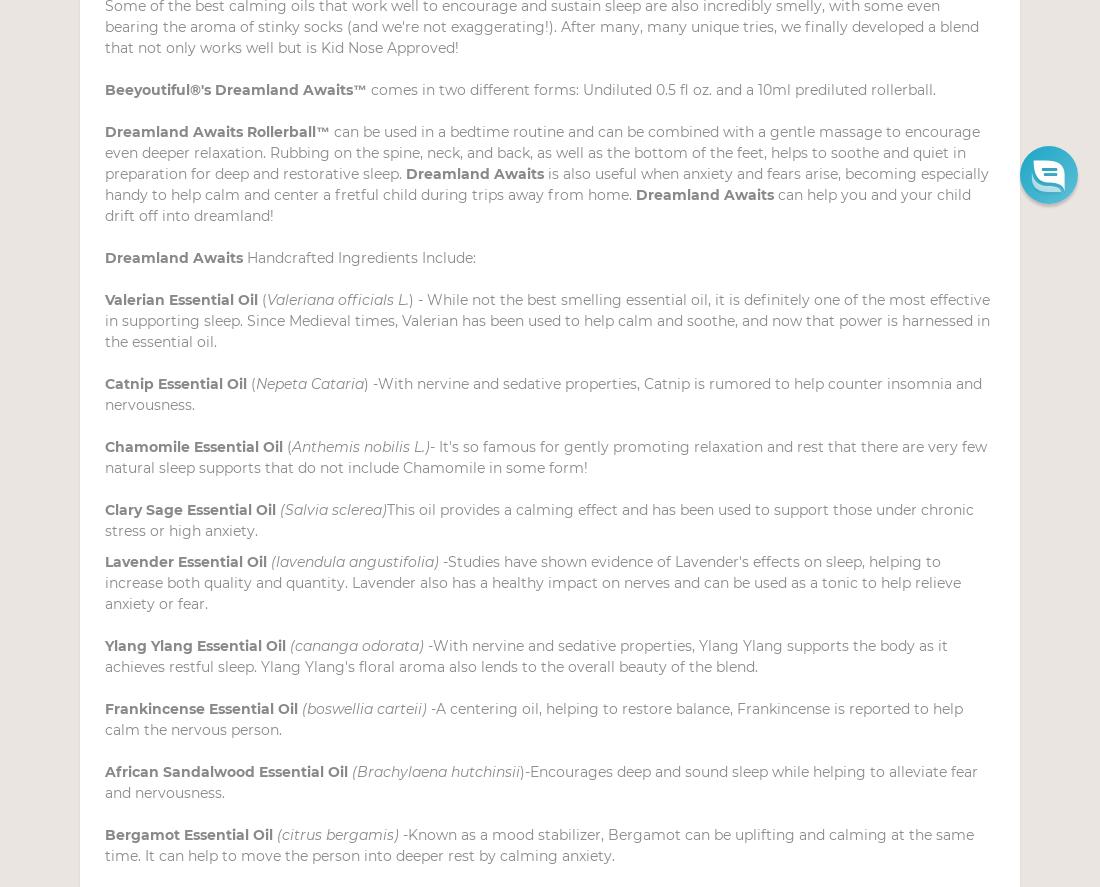  I want to click on '(cananga odorata) -', so click(361, 645).